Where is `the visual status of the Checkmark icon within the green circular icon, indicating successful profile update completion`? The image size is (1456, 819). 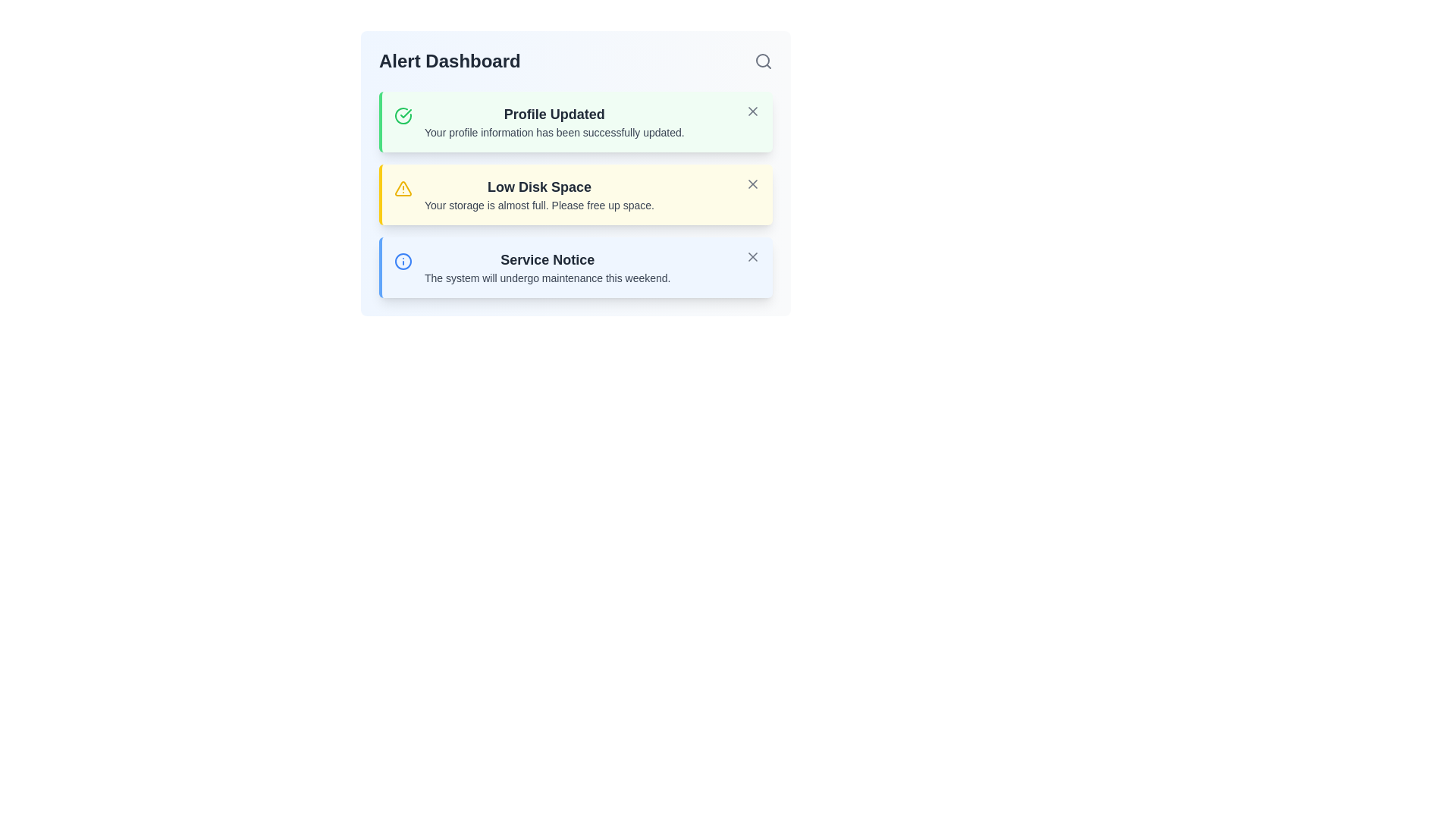 the visual status of the Checkmark icon within the green circular icon, indicating successful profile update completion is located at coordinates (406, 113).